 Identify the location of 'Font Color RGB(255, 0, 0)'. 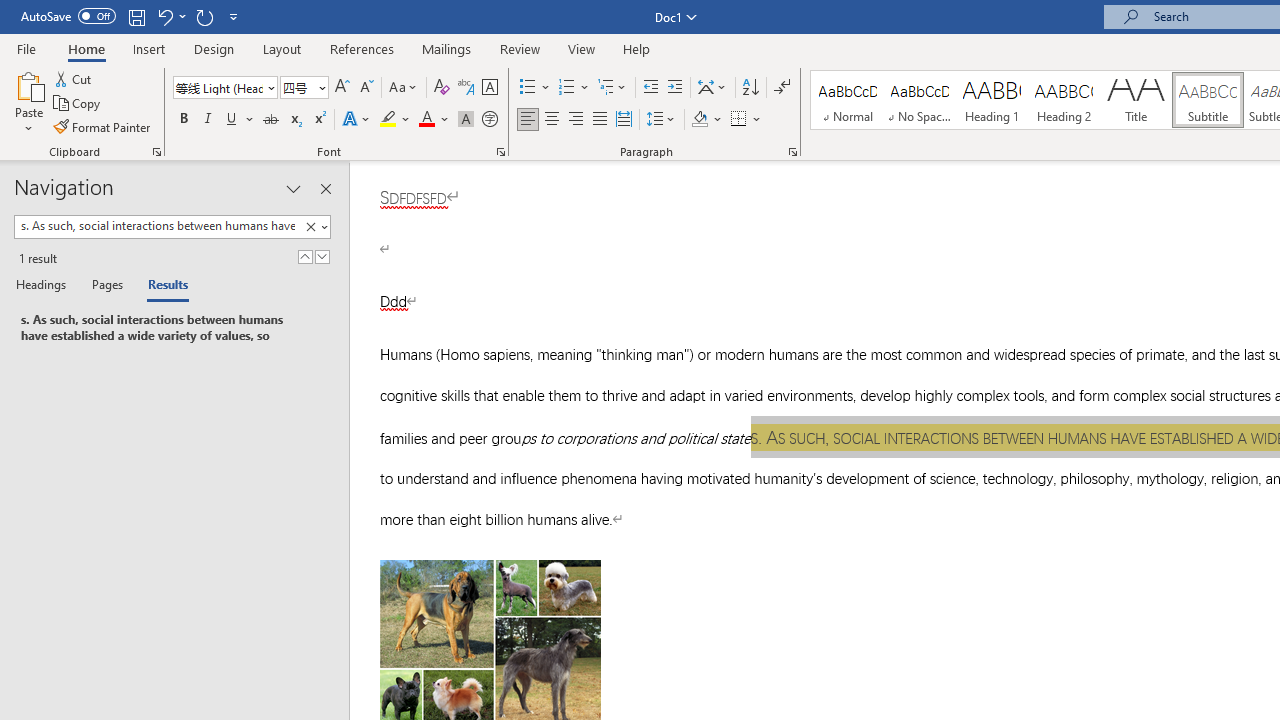
(425, 119).